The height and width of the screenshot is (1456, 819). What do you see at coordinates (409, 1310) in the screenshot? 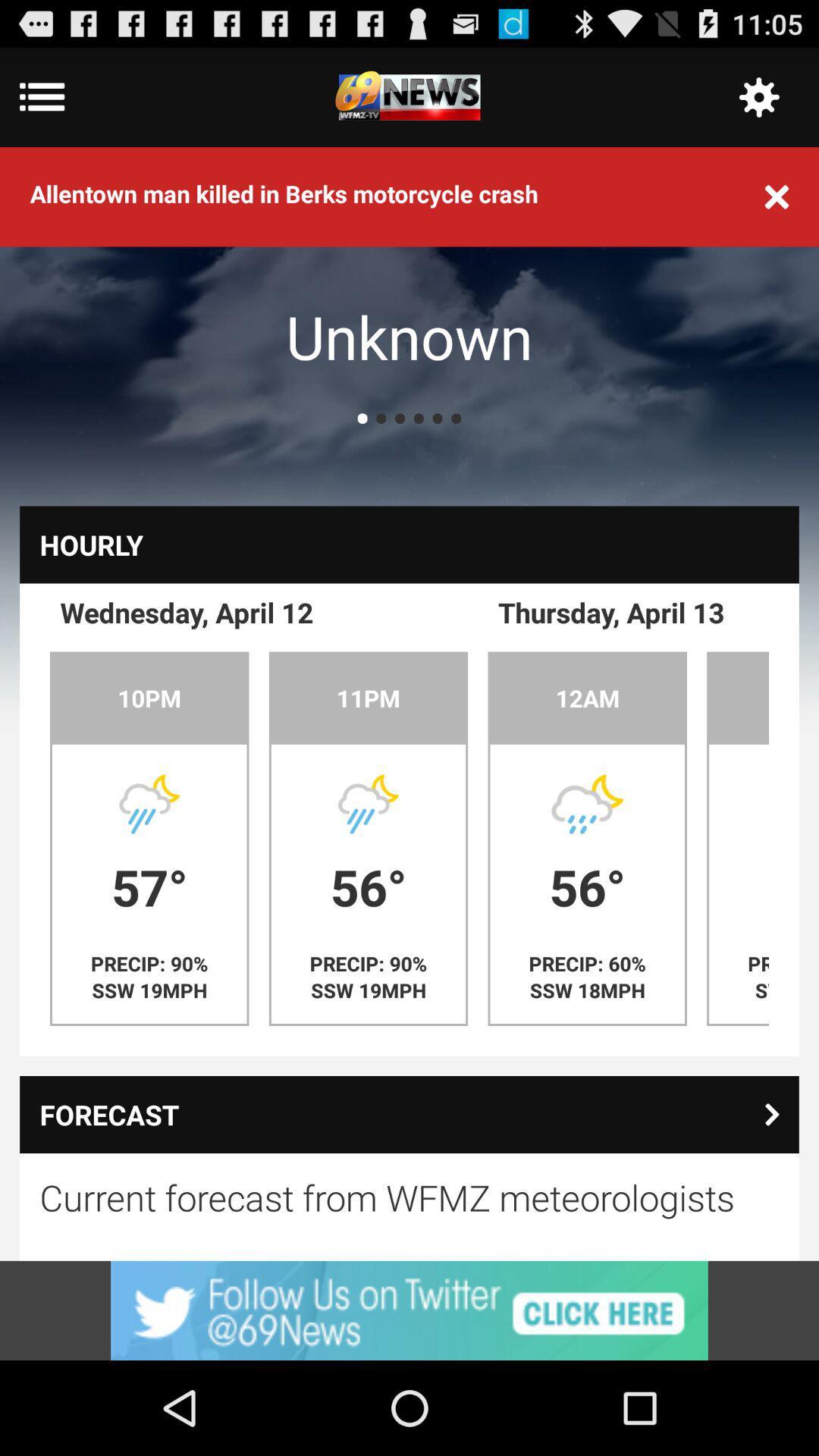
I see `advertisement` at bounding box center [409, 1310].